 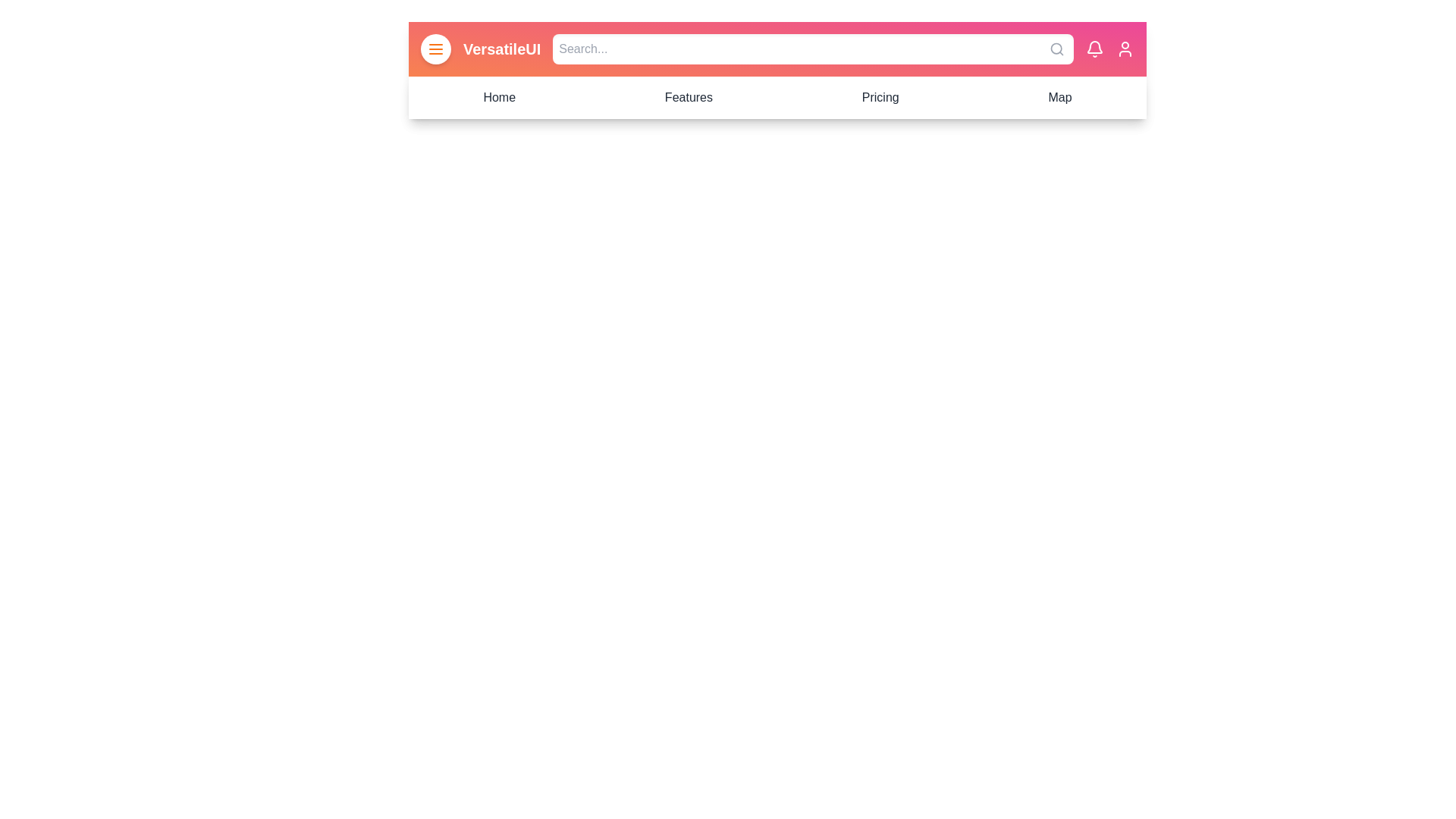 I want to click on the navigation menu item labeled 'Home' to navigate to the corresponding section, so click(x=499, y=97).